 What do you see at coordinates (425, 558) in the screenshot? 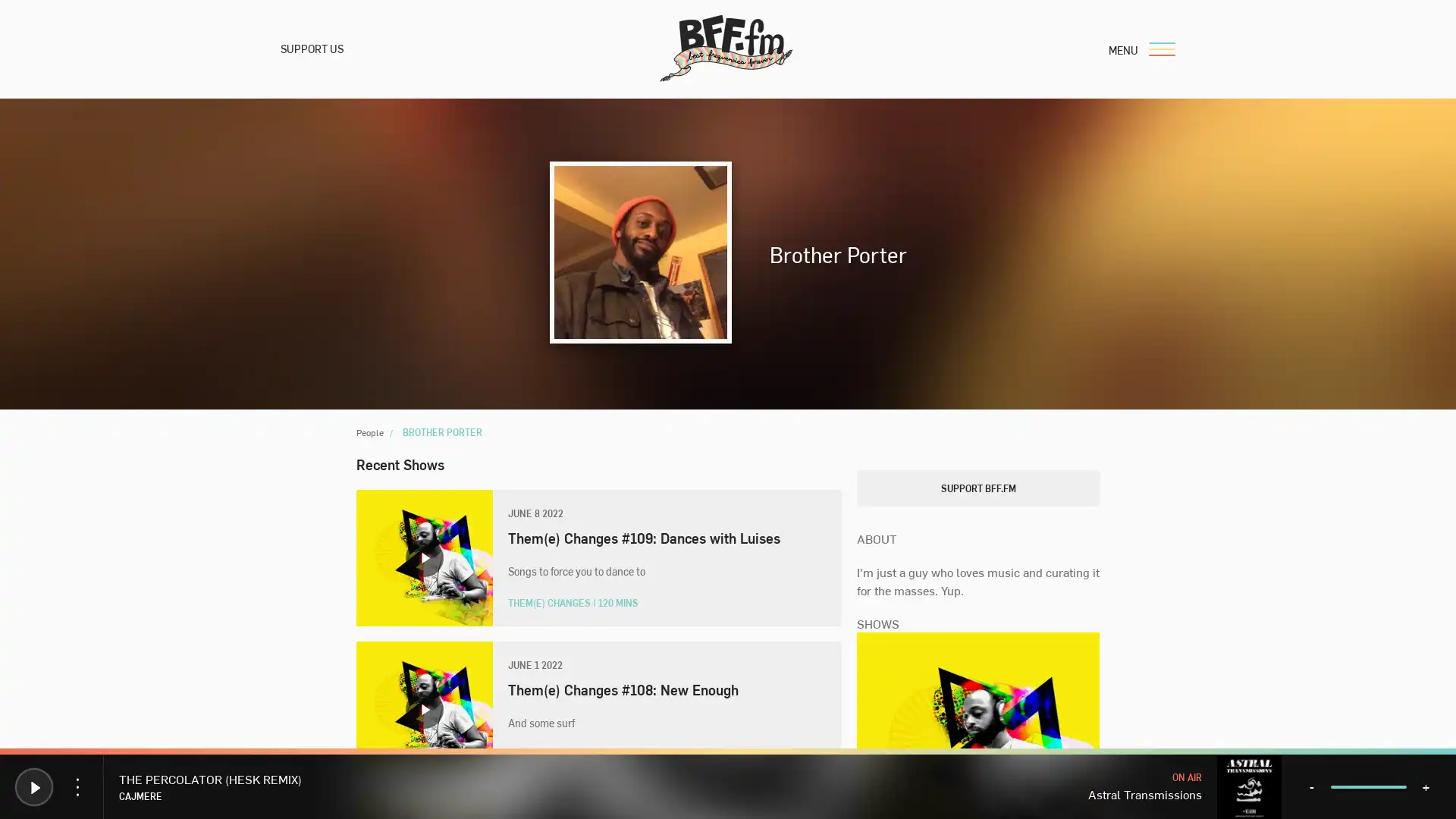
I see `Play` at bounding box center [425, 558].